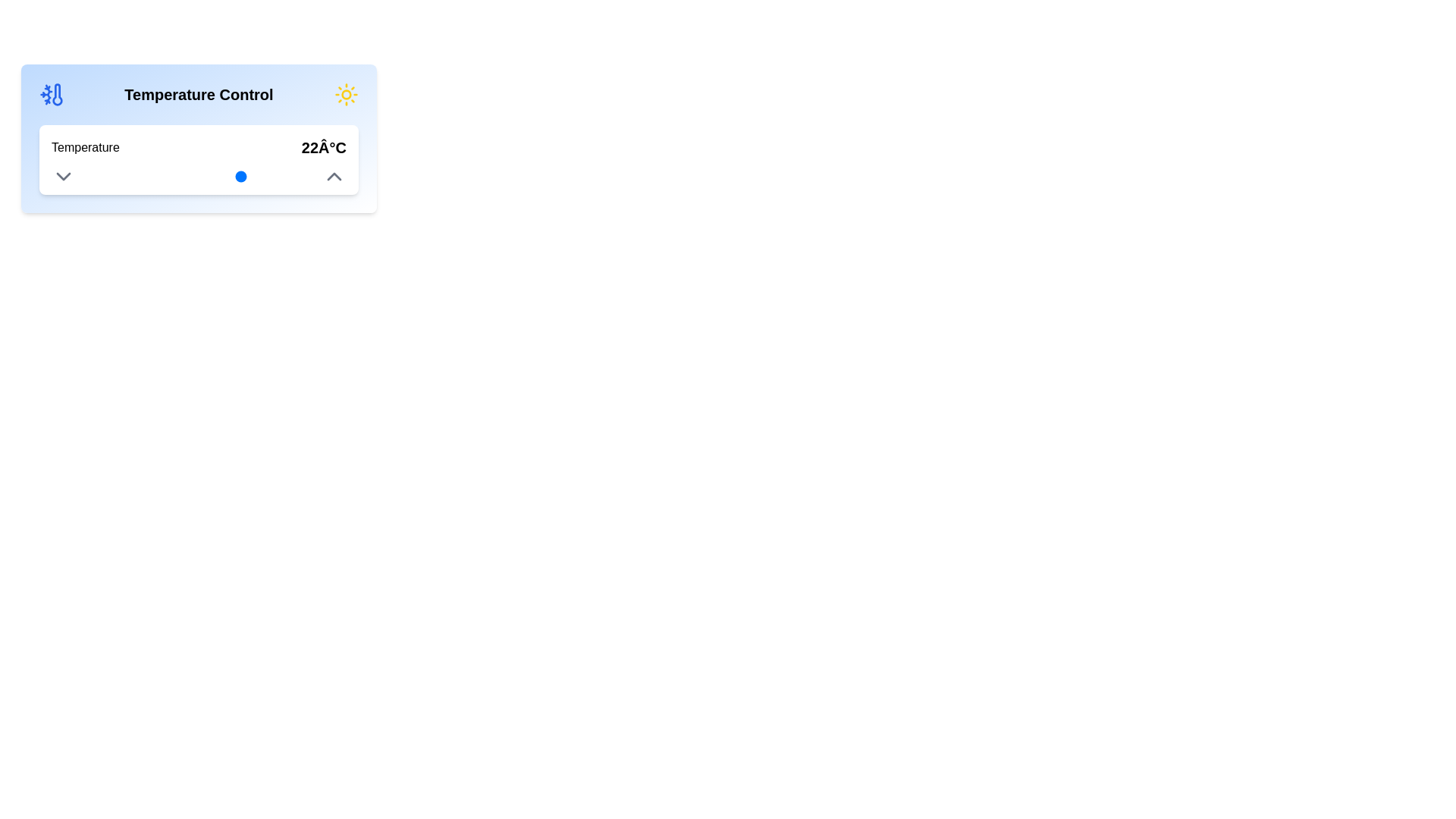 The width and height of the screenshot is (1456, 819). What do you see at coordinates (334, 175) in the screenshot?
I see `the upward-pointing chevron icon/button located on the right side of the control interface panel, above the 'Temperature' label` at bounding box center [334, 175].